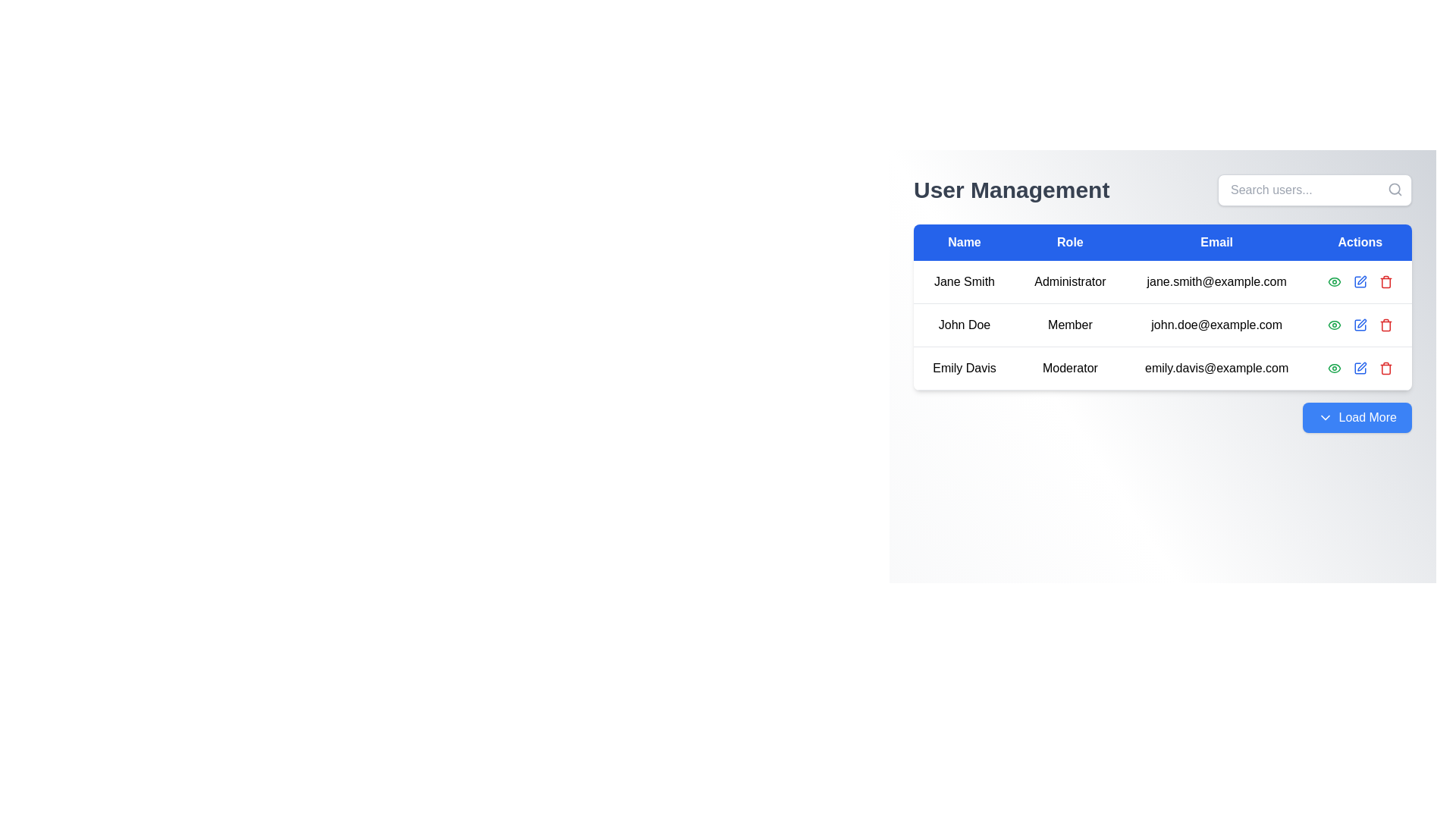 Image resolution: width=1456 pixels, height=819 pixels. Describe the element at coordinates (1385, 369) in the screenshot. I see `the center portion of the trash bin icon representing the 'delete' action in the user management interface, located in the rightmost position of the third row in the table, when navigated via keyboard` at that location.